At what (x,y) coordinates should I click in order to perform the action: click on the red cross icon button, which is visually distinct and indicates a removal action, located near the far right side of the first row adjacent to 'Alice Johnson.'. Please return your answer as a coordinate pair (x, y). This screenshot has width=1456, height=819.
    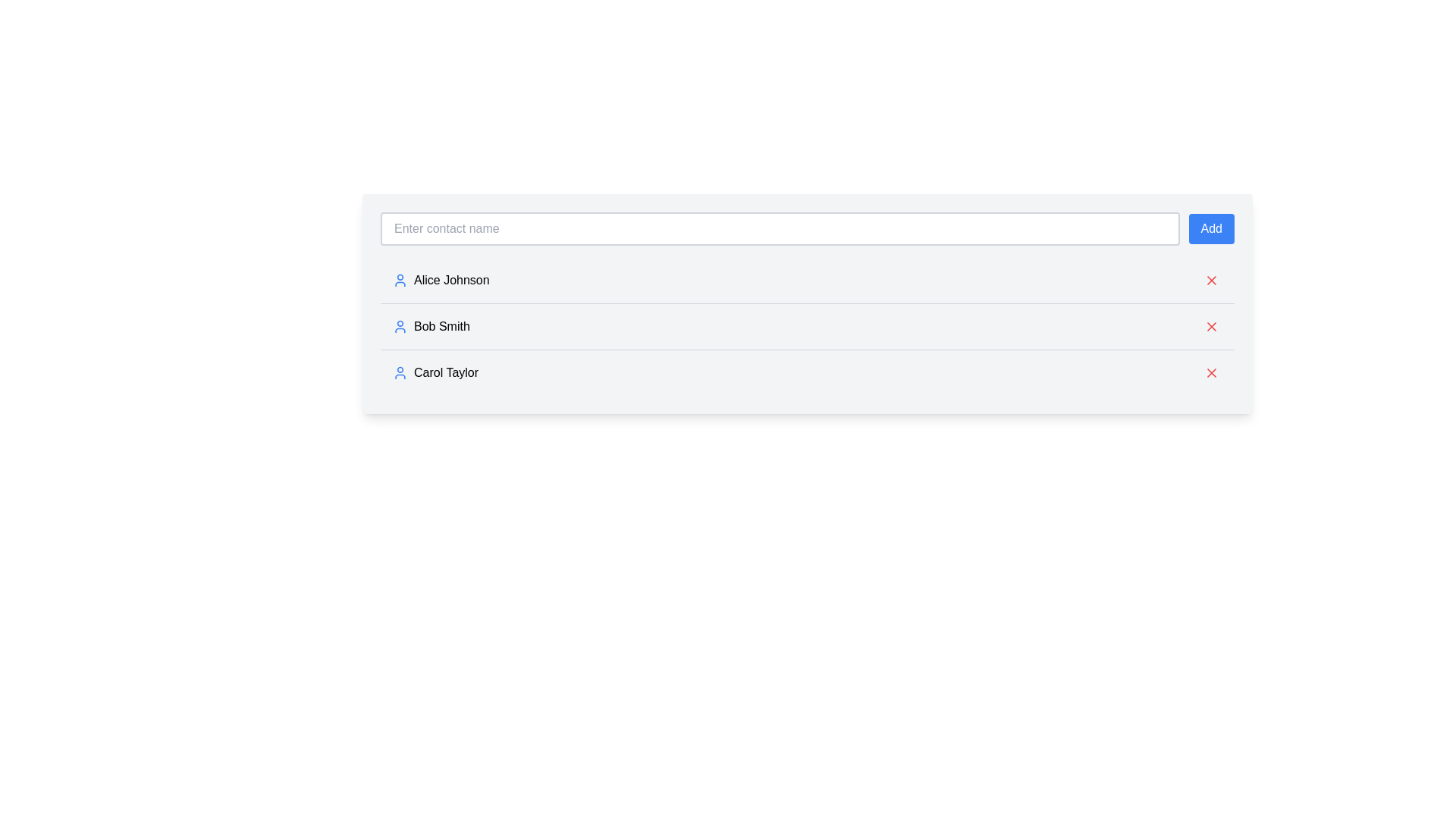
    Looking at the image, I should click on (1211, 281).